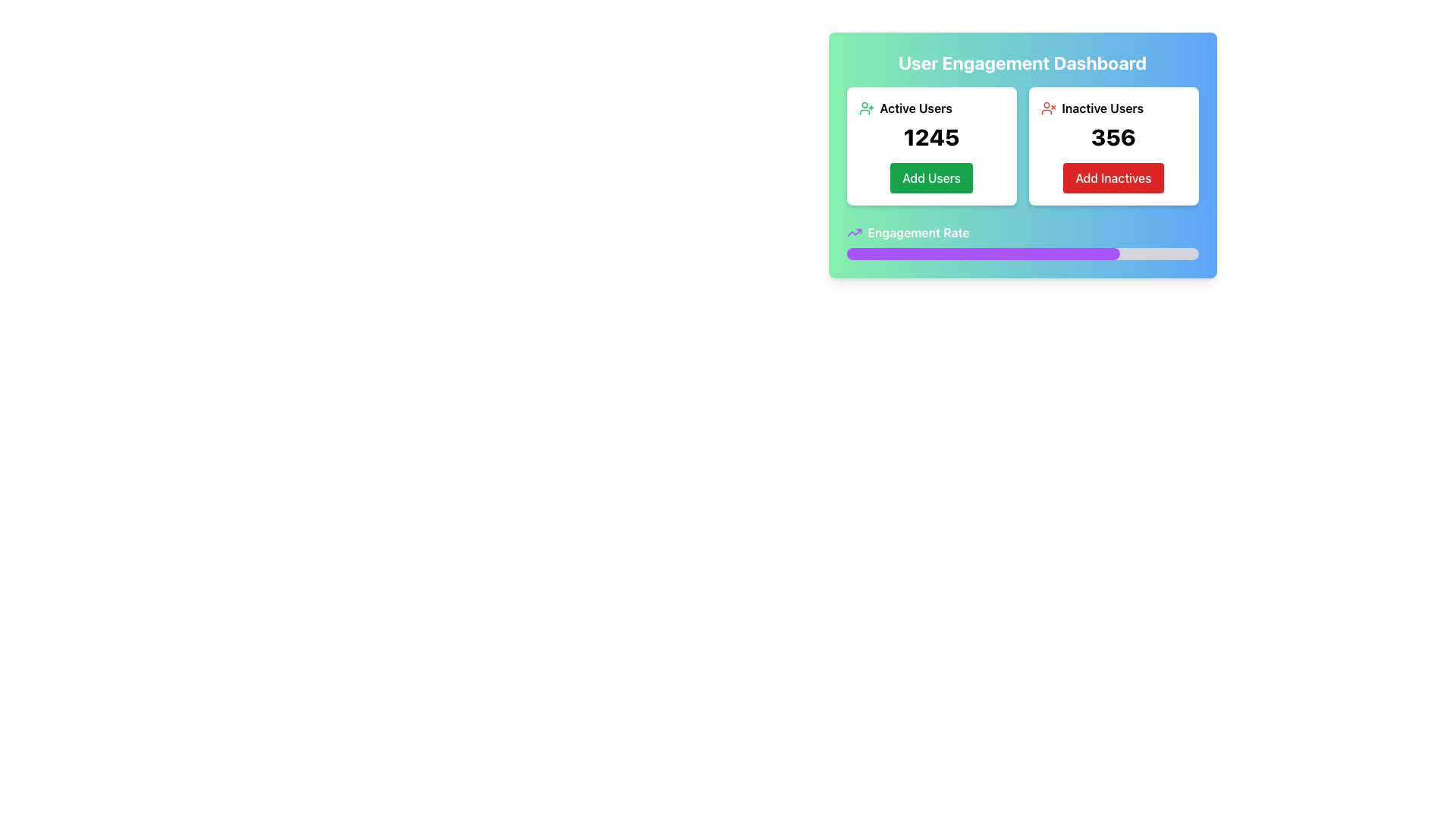 This screenshot has width=1456, height=819. What do you see at coordinates (1113, 137) in the screenshot?
I see `the bold numerical text '356' displayed in large black font, part of the 'Inactive Users' summary card located in the center of the right card within a two-card layout` at bounding box center [1113, 137].